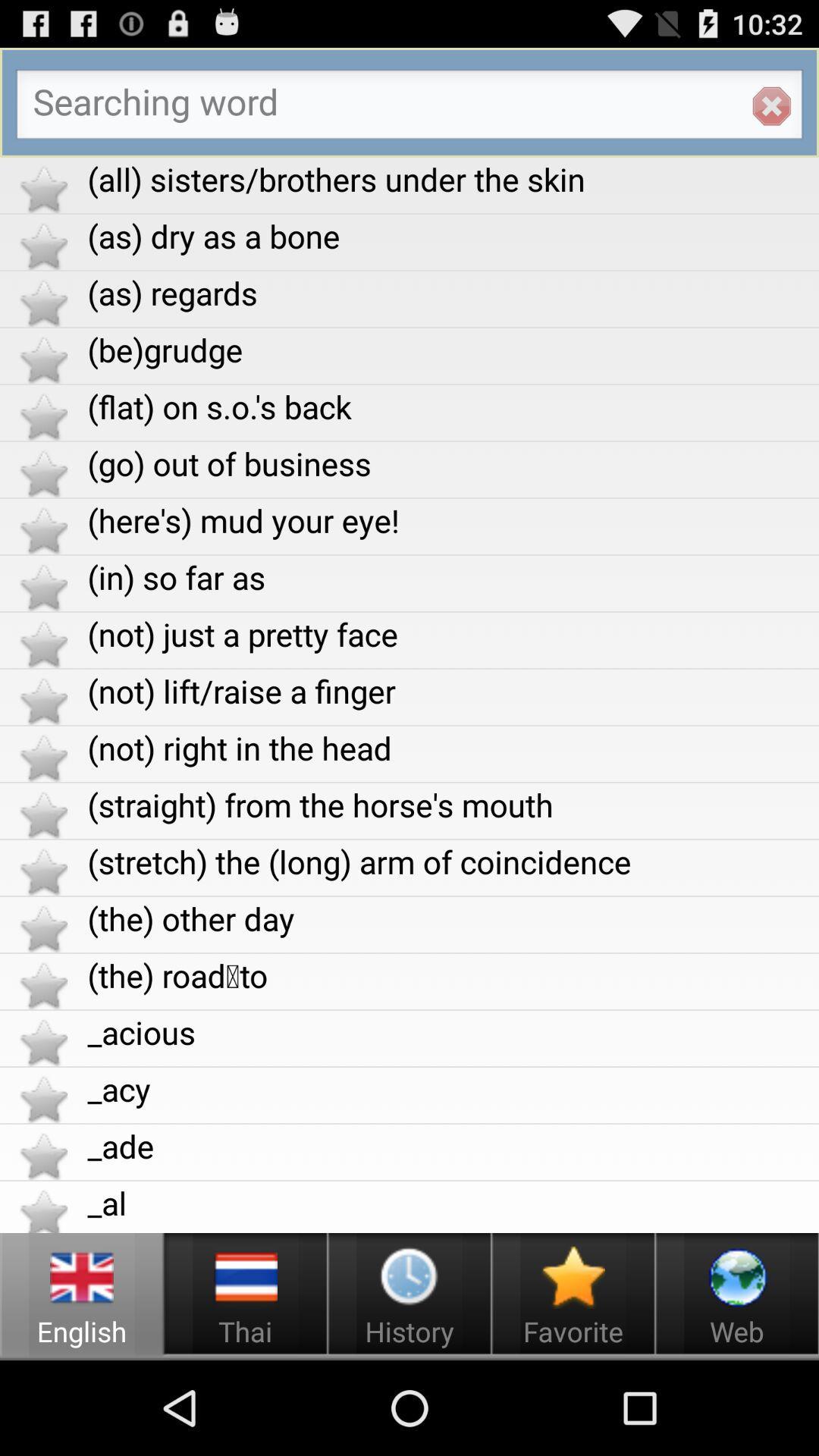 Image resolution: width=819 pixels, height=1456 pixels. Describe the element at coordinates (452, 576) in the screenshot. I see `in so far` at that location.